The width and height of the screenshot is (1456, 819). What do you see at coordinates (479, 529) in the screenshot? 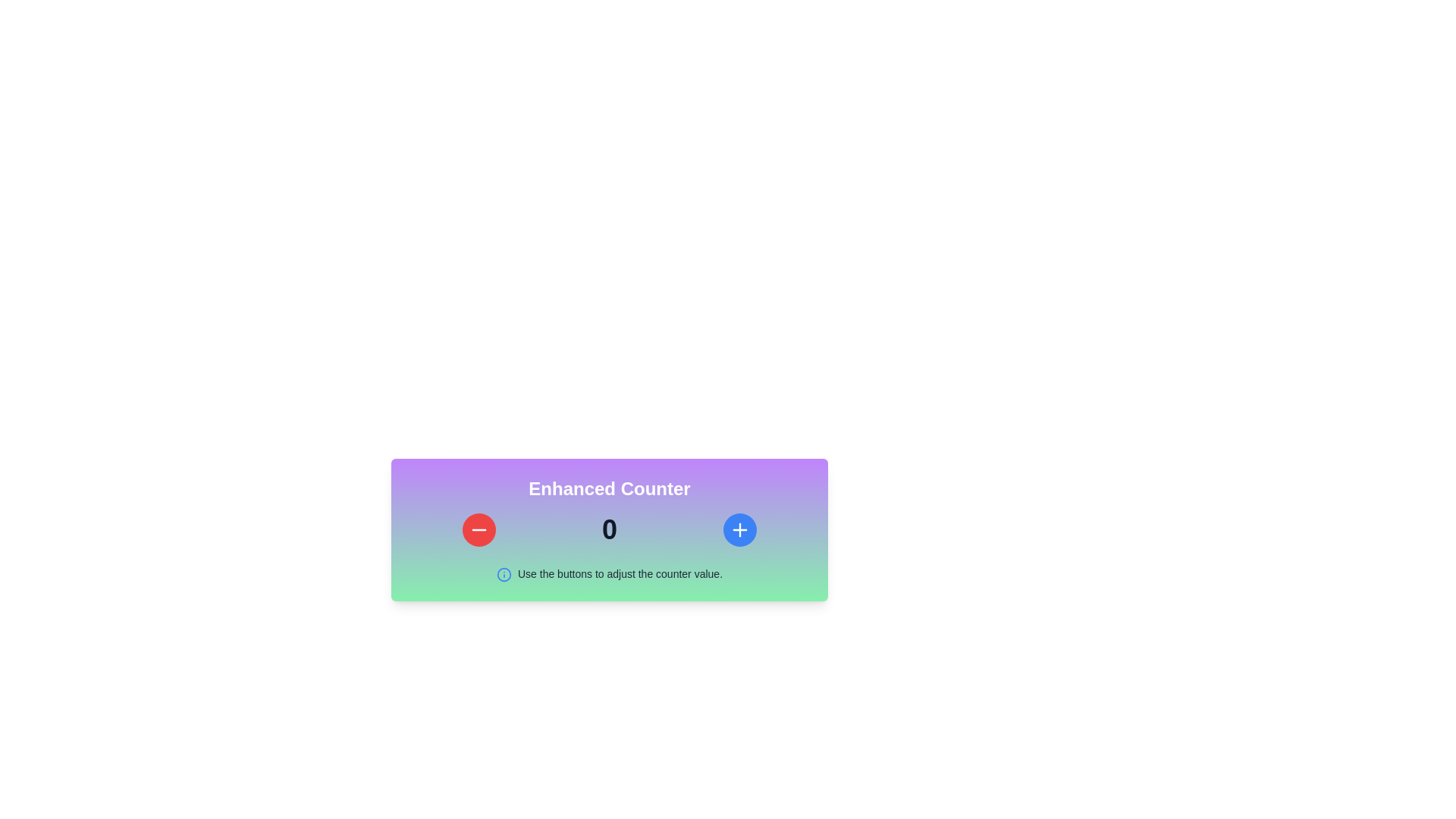
I see `the Minus Sign icon, which is a red circular button located to the left of the text '0' on the control panel, to decrement the counter value` at bounding box center [479, 529].